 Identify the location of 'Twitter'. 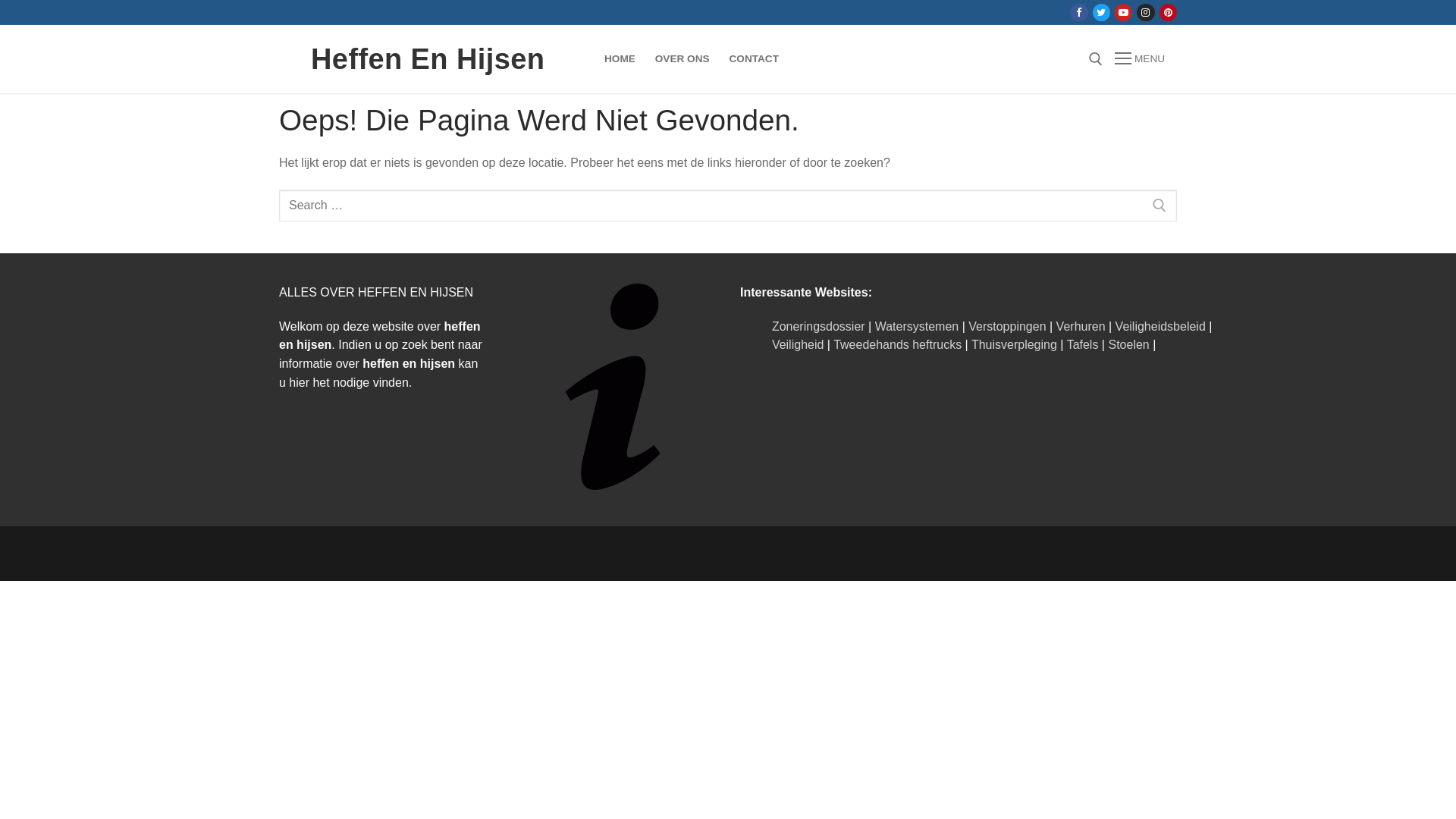
(1101, 12).